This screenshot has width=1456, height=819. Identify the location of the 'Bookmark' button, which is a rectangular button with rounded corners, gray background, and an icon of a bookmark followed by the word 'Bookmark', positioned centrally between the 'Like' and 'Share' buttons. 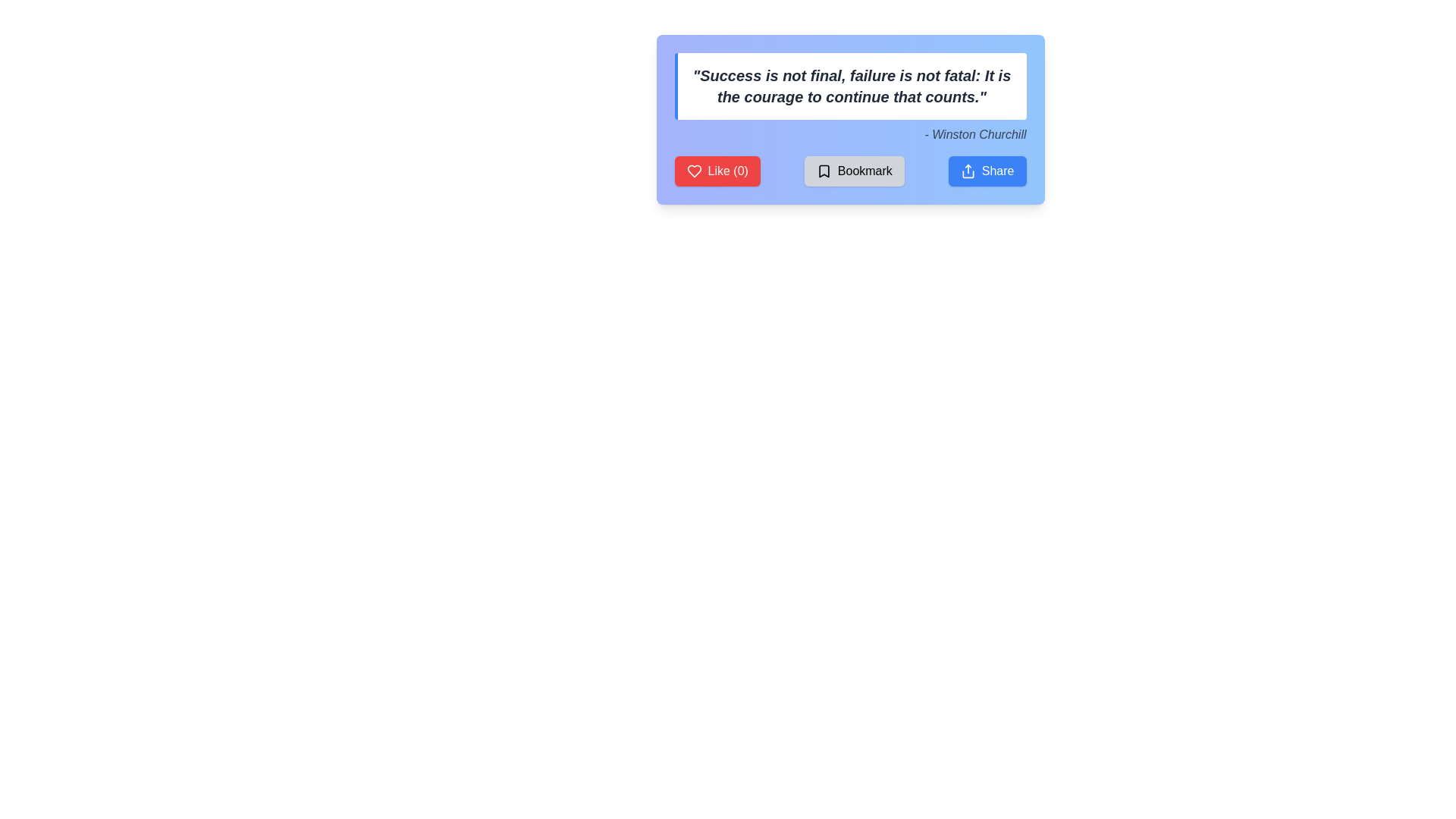
(854, 171).